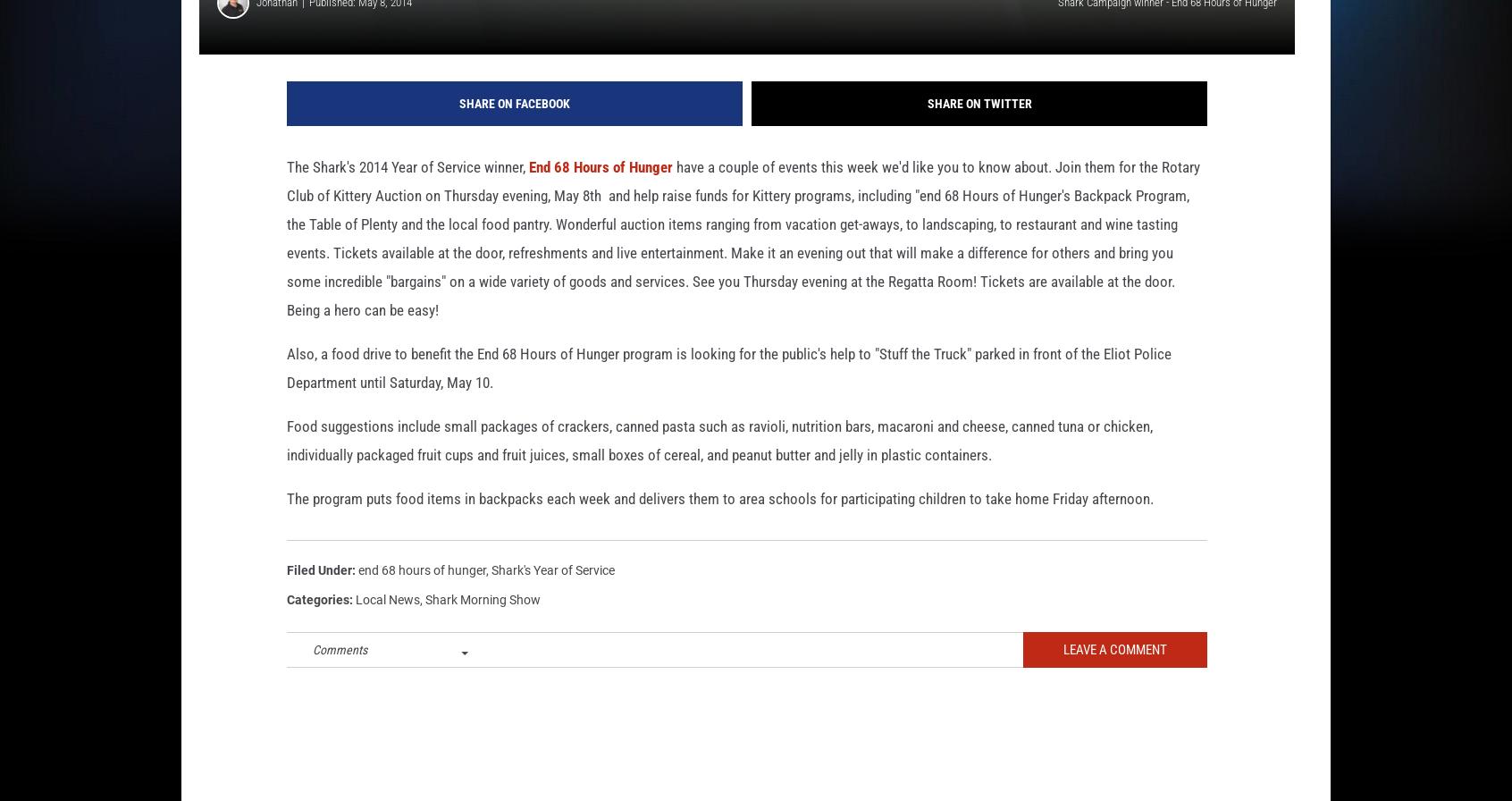 This screenshot has width=1512, height=801. What do you see at coordinates (861, 195) in the screenshot?
I see `'have a couple of events this week we'd like you to know about.'` at bounding box center [861, 195].